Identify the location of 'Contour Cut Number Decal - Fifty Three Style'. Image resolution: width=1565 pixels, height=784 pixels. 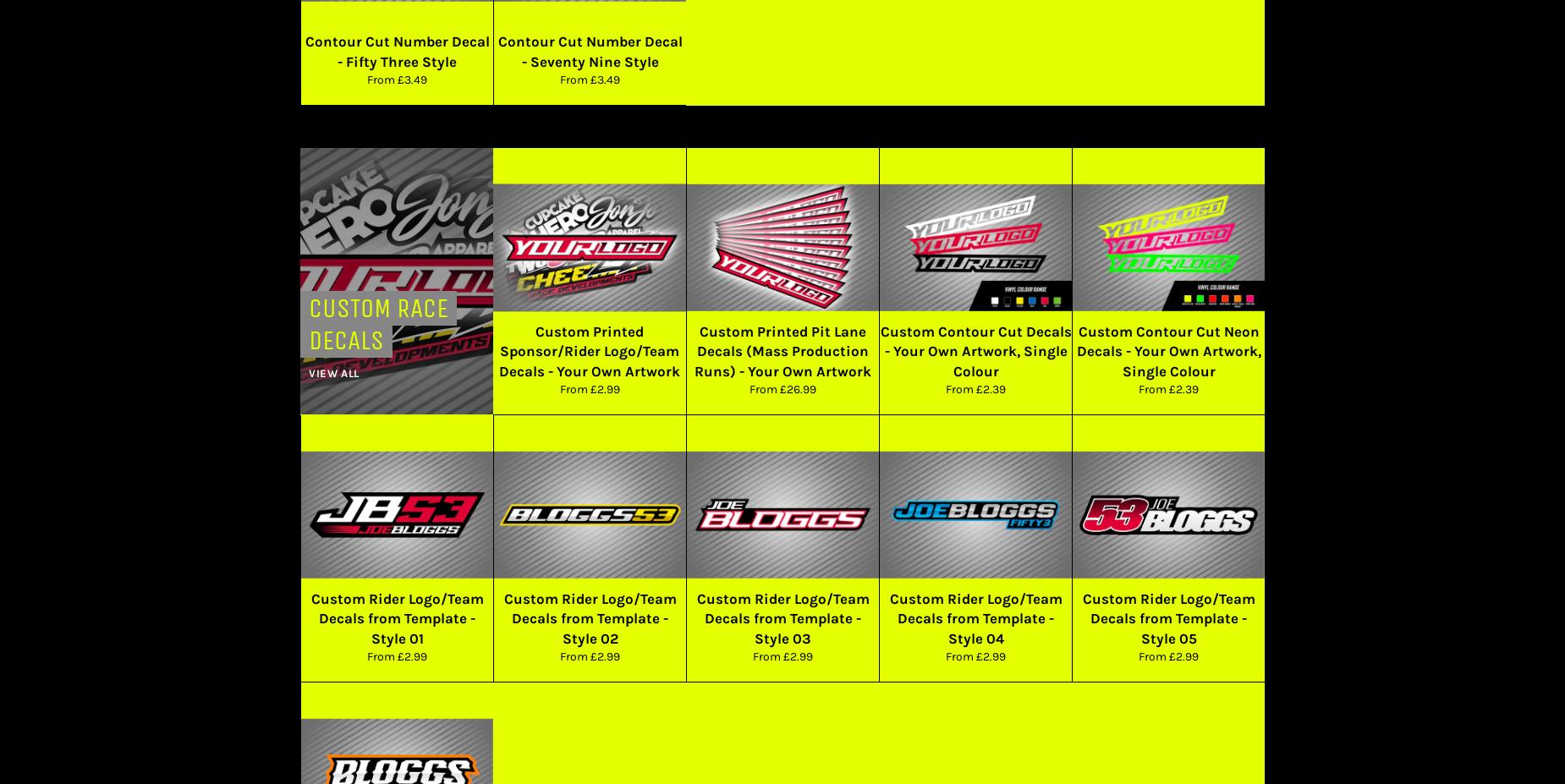
(396, 50).